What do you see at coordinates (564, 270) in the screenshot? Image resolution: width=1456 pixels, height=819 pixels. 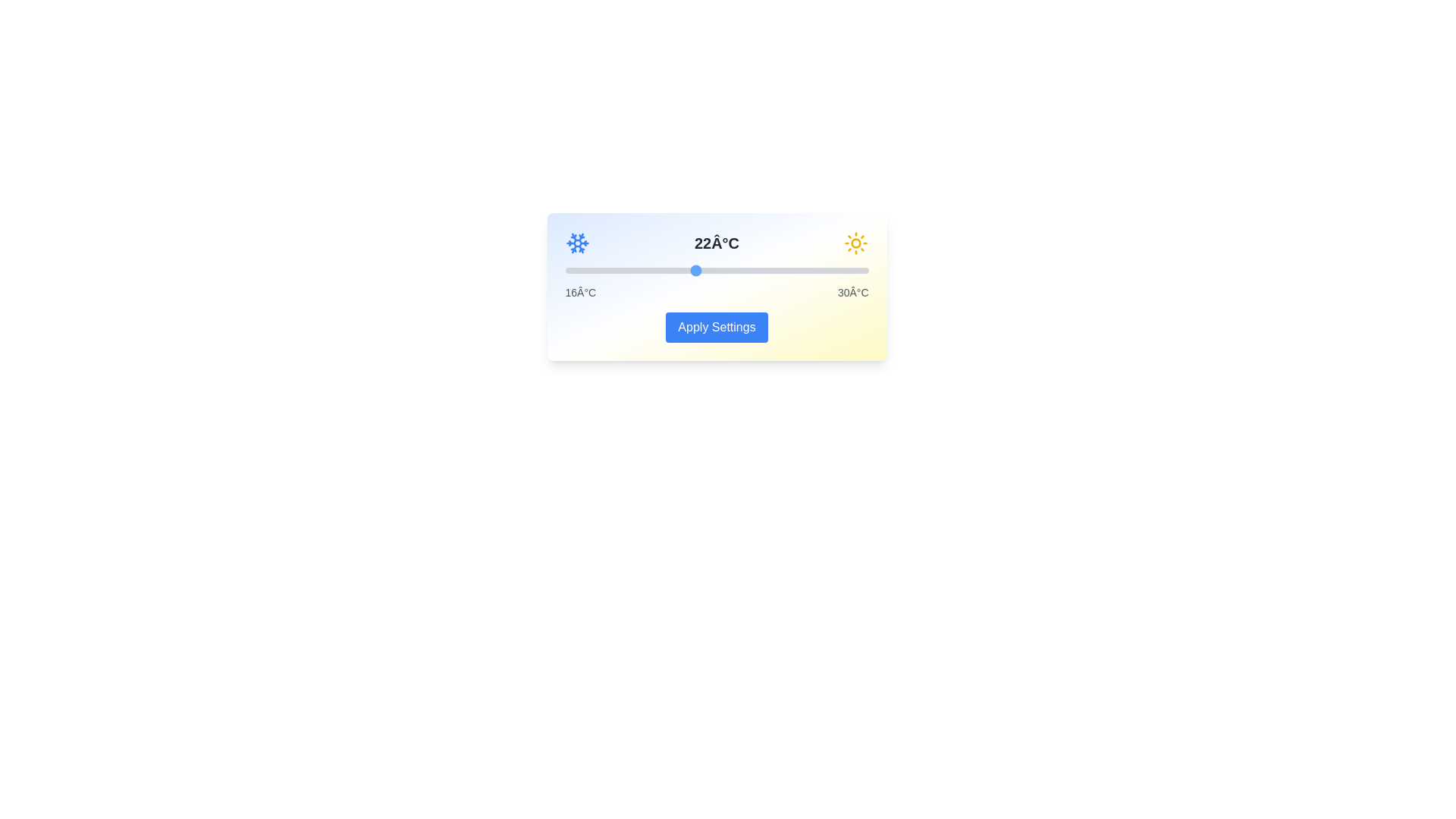 I see `the temperature slider to 16 degrees Celsius` at bounding box center [564, 270].